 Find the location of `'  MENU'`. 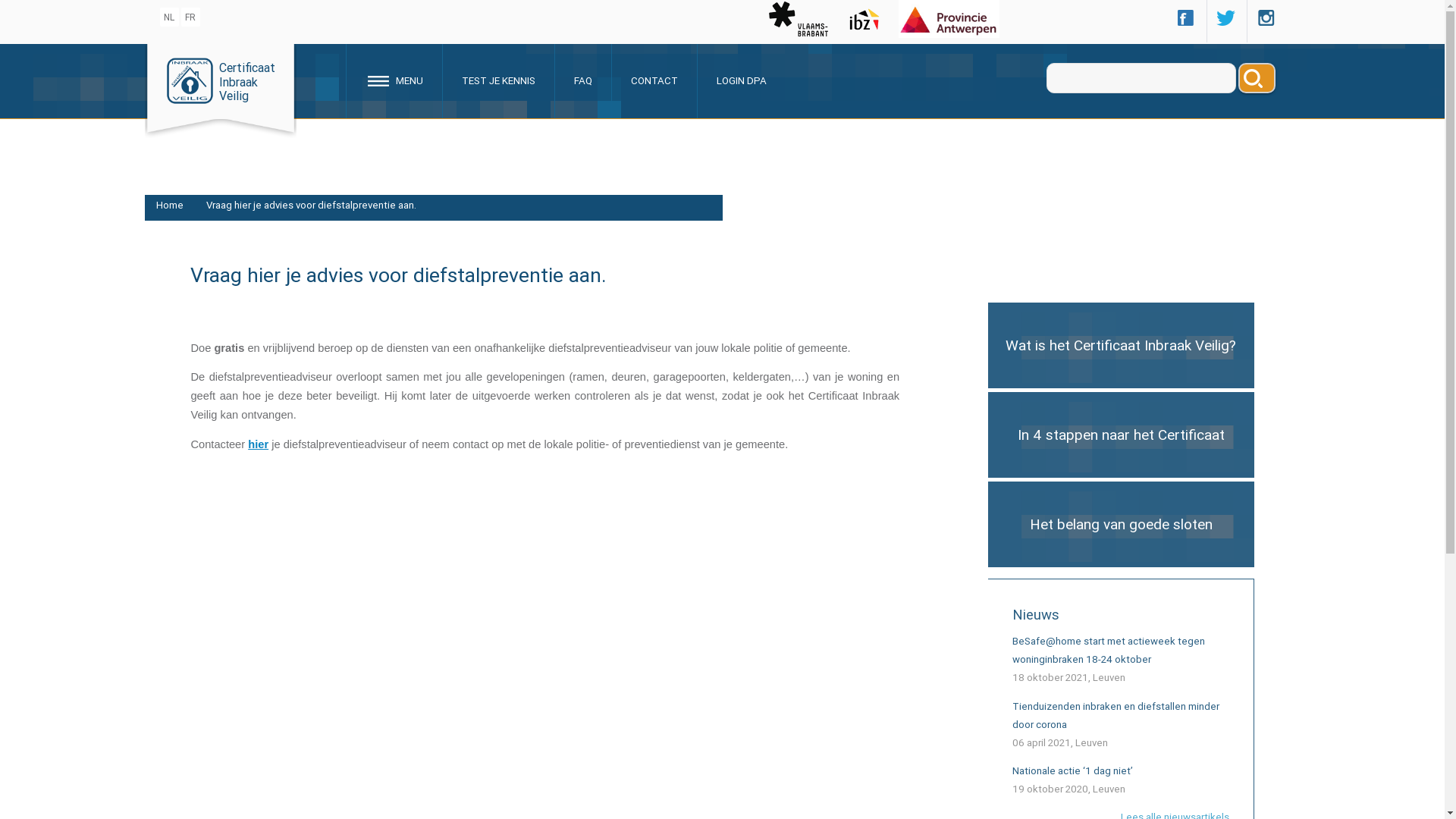

'  MENU' is located at coordinates (394, 81).